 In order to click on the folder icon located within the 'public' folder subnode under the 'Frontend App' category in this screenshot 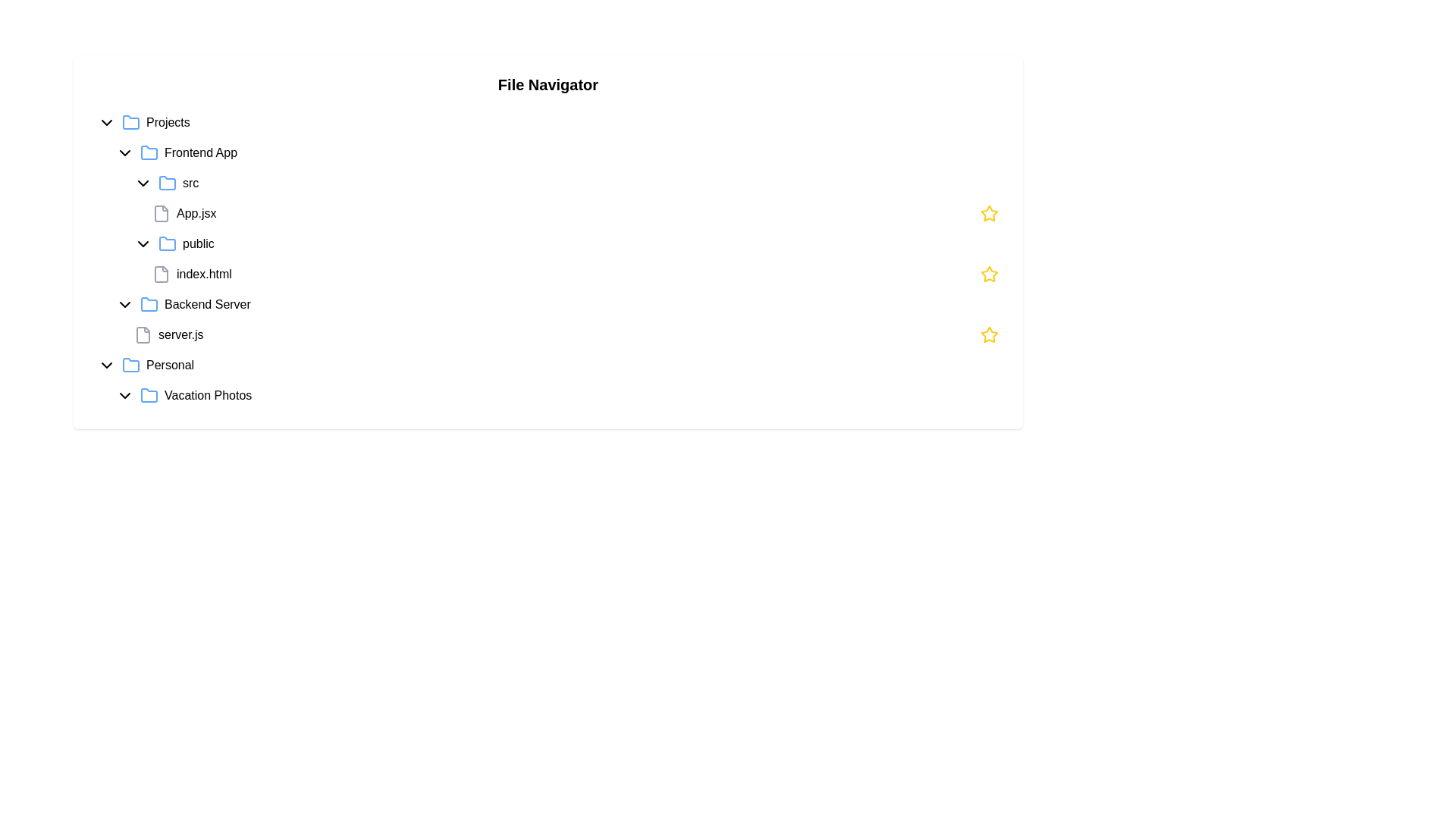, I will do `click(167, 243)`.